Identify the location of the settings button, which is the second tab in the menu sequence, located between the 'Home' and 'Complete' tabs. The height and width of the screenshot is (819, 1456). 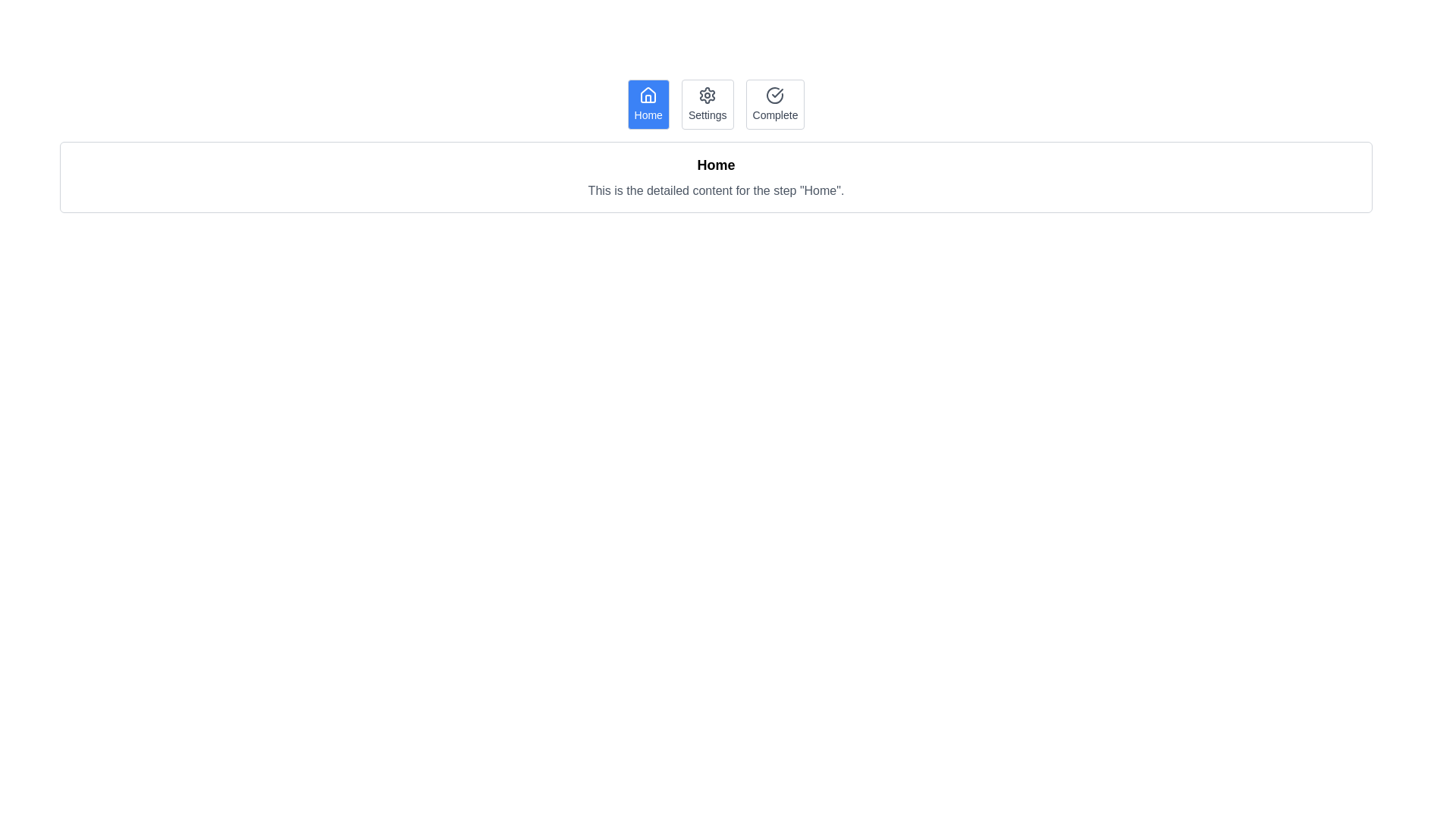
(715, 104).